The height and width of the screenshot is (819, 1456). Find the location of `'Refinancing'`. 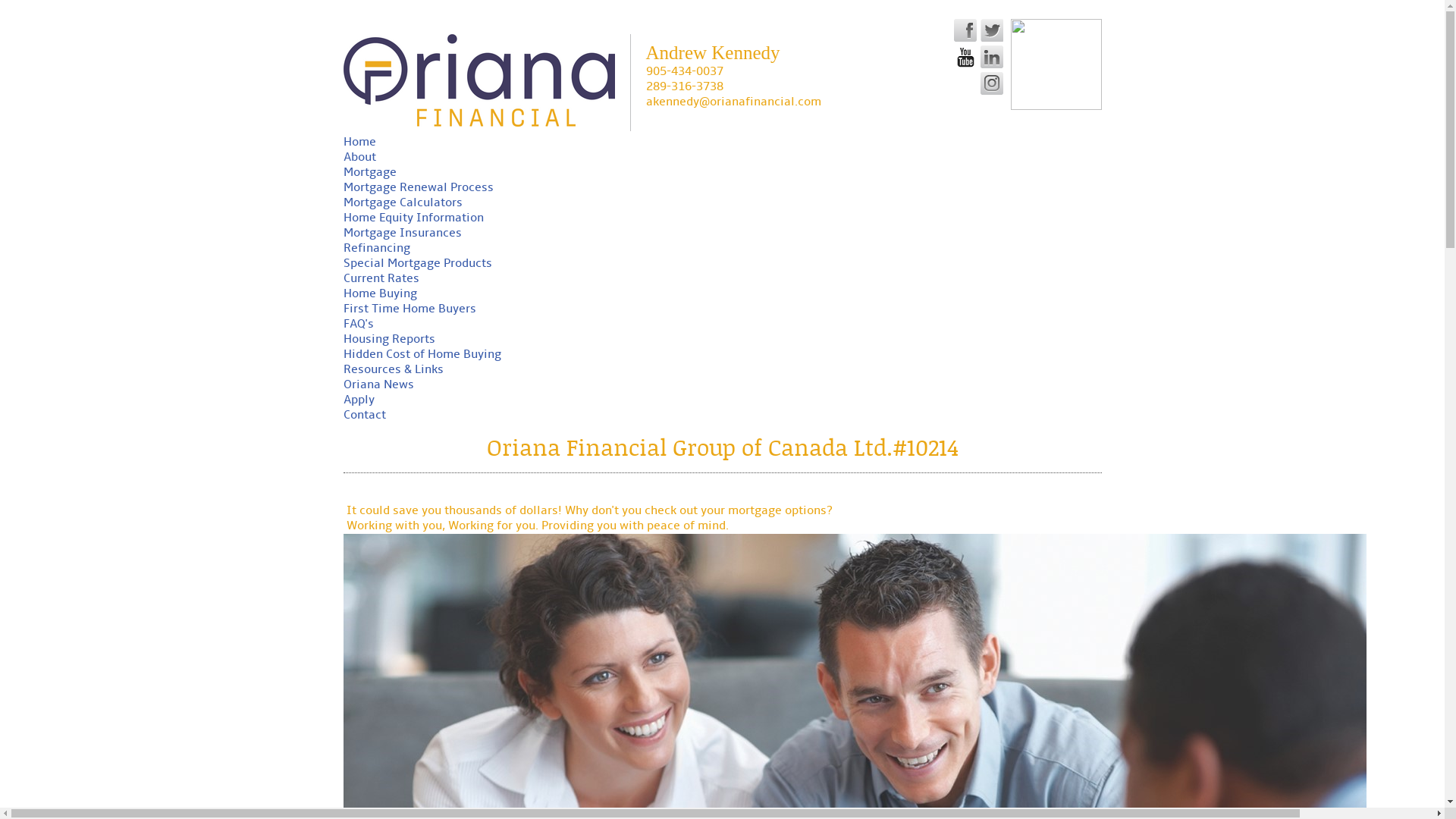

'Refinancing' is located at coordinates (375, 247).